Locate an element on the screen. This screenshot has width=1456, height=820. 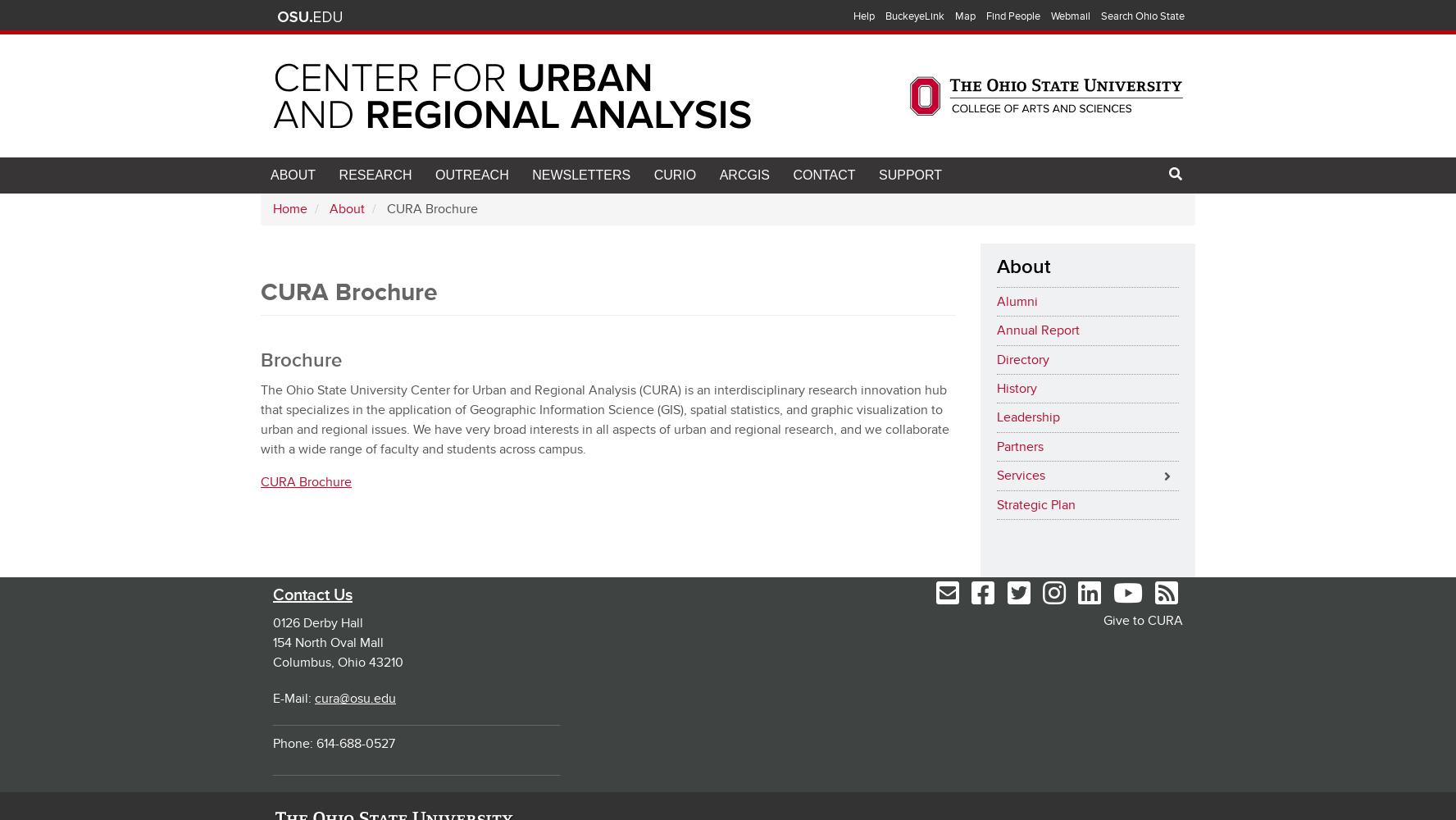
'The Ohio State University Center for Urban and Regional Analysis (CURA) is an interdisciplinary research innovation hub that specializes in the application of Geographic Information Science (GIS), spatial statistics, and graphic visualization to urban and regional issues. We have very broad interests in all aspects of urban and regional research, and we collaborate with a wide range of faculty and students across campus.' is located at coordinates (604, 419).